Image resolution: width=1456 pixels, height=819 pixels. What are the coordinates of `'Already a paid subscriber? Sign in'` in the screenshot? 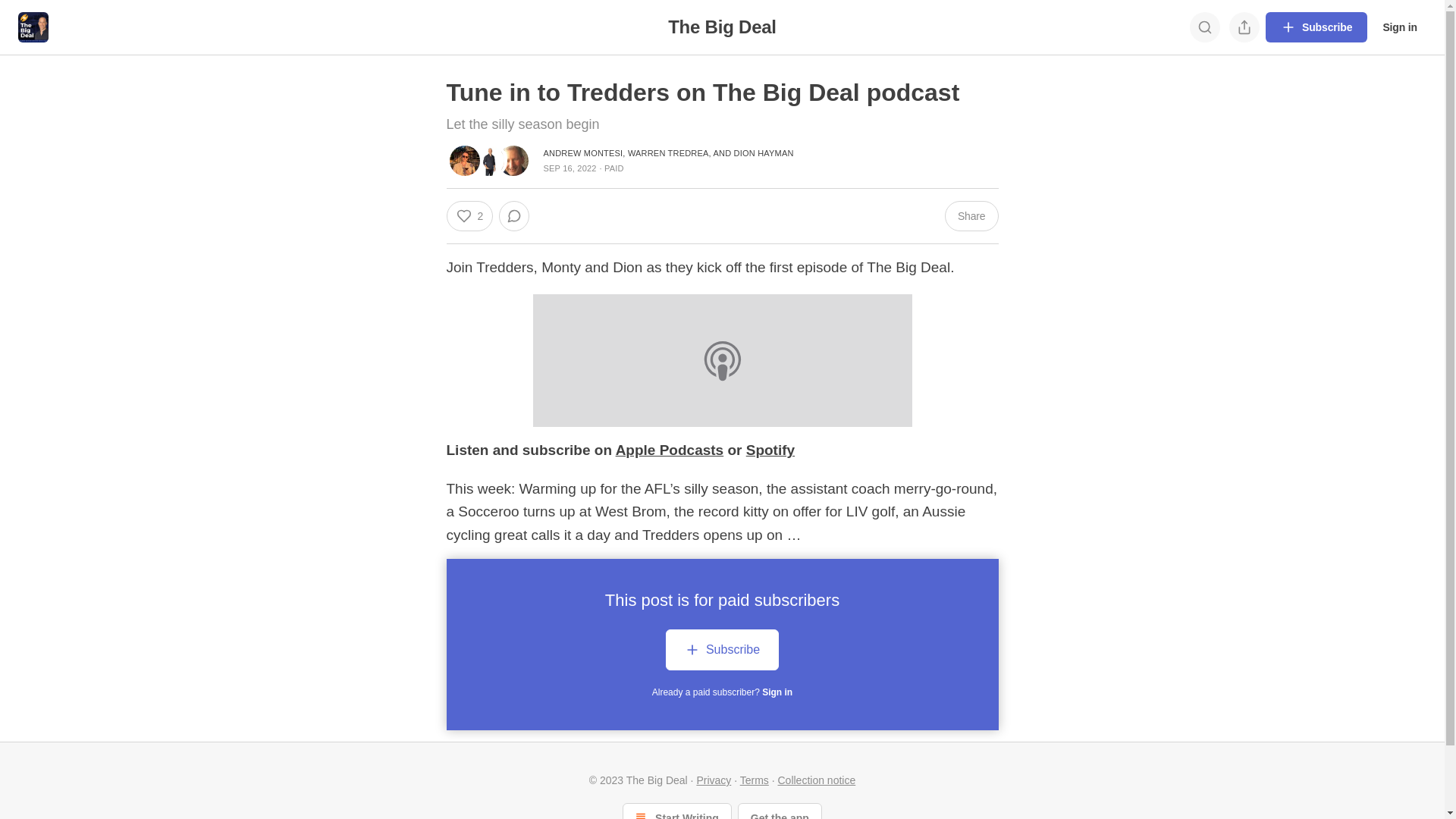 It's located at (721, 692).